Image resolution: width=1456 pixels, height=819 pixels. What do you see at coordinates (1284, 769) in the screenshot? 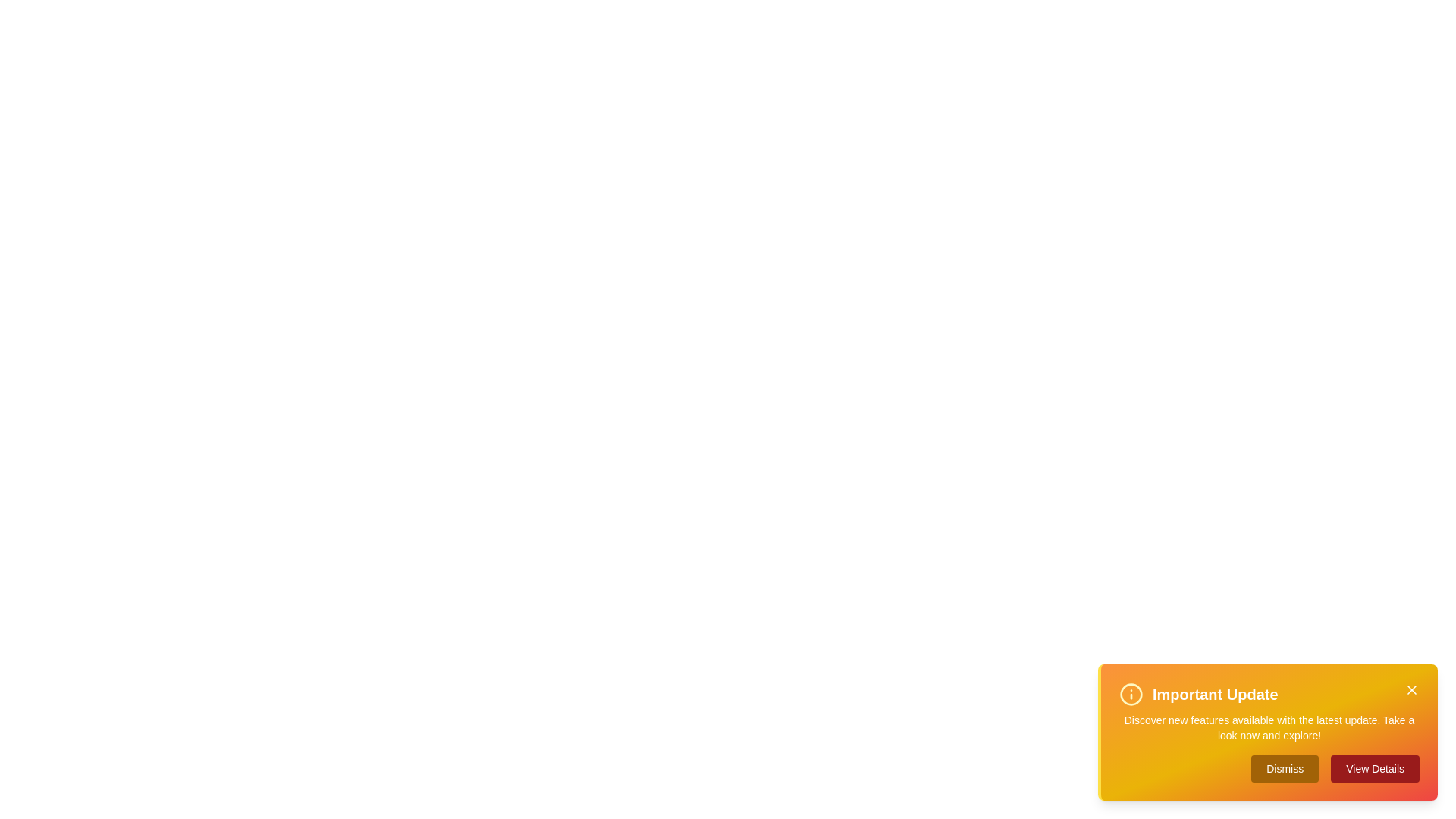
I see `'Dismiss' button to dismiss the alert` at bounding box center [1284, 769].